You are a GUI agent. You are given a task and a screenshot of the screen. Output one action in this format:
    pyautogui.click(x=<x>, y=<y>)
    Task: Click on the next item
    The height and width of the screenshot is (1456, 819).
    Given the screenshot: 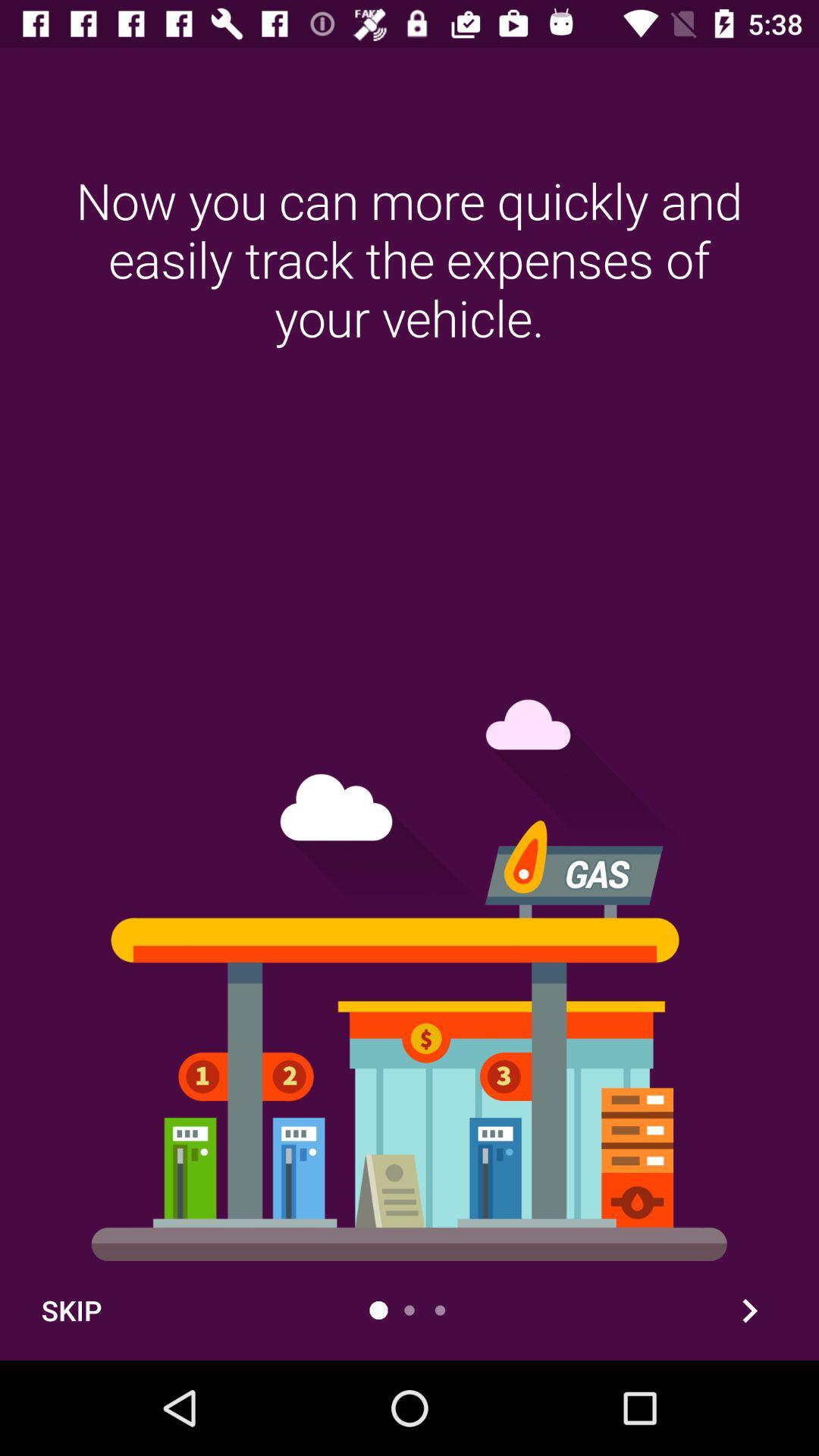 What is the action you would take?
    pyautogui.click(x=748, y=1310)
    